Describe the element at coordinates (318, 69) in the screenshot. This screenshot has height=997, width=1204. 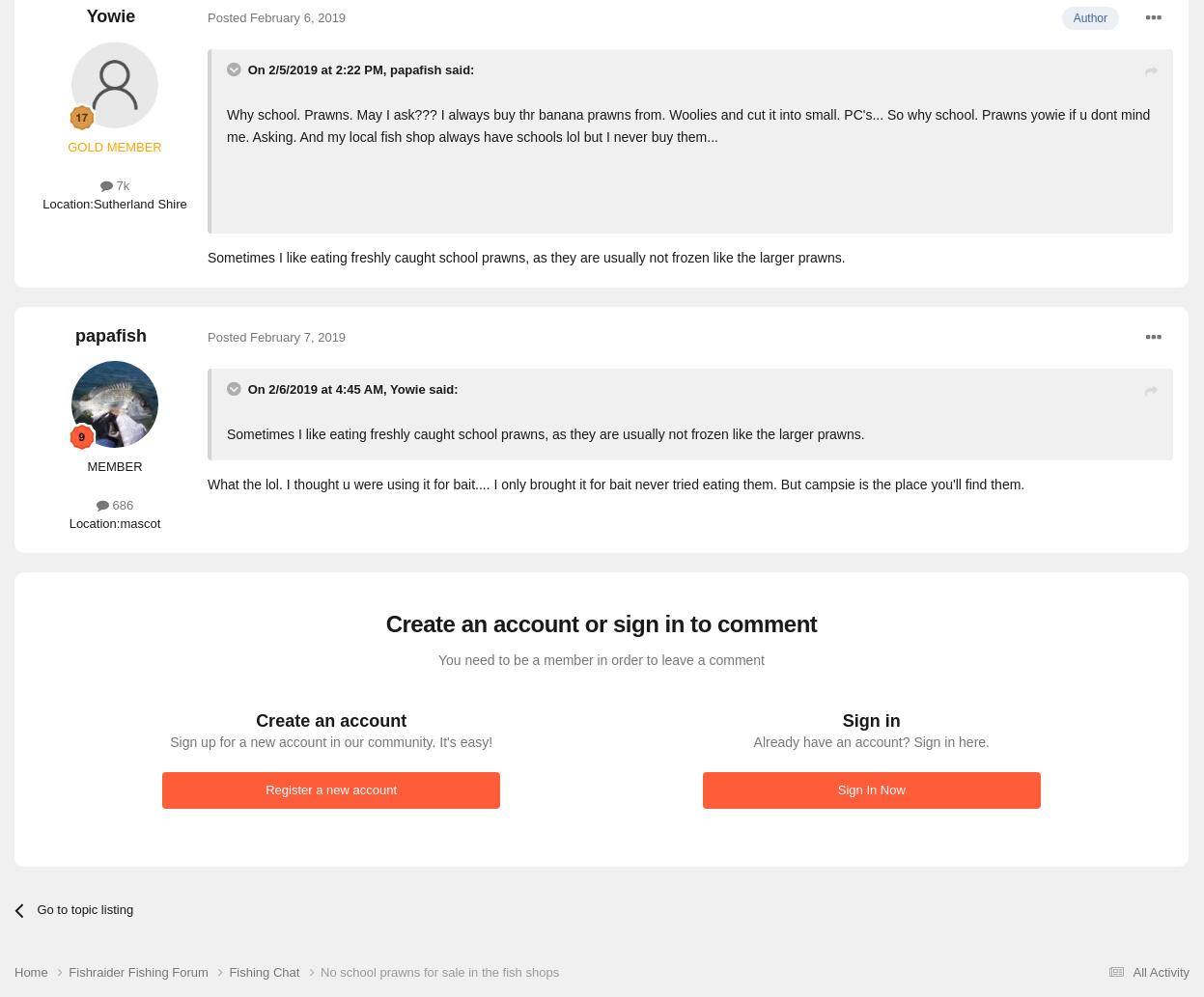
I see `'On 2/5/2019 at 2:22 PM,'` at that location.